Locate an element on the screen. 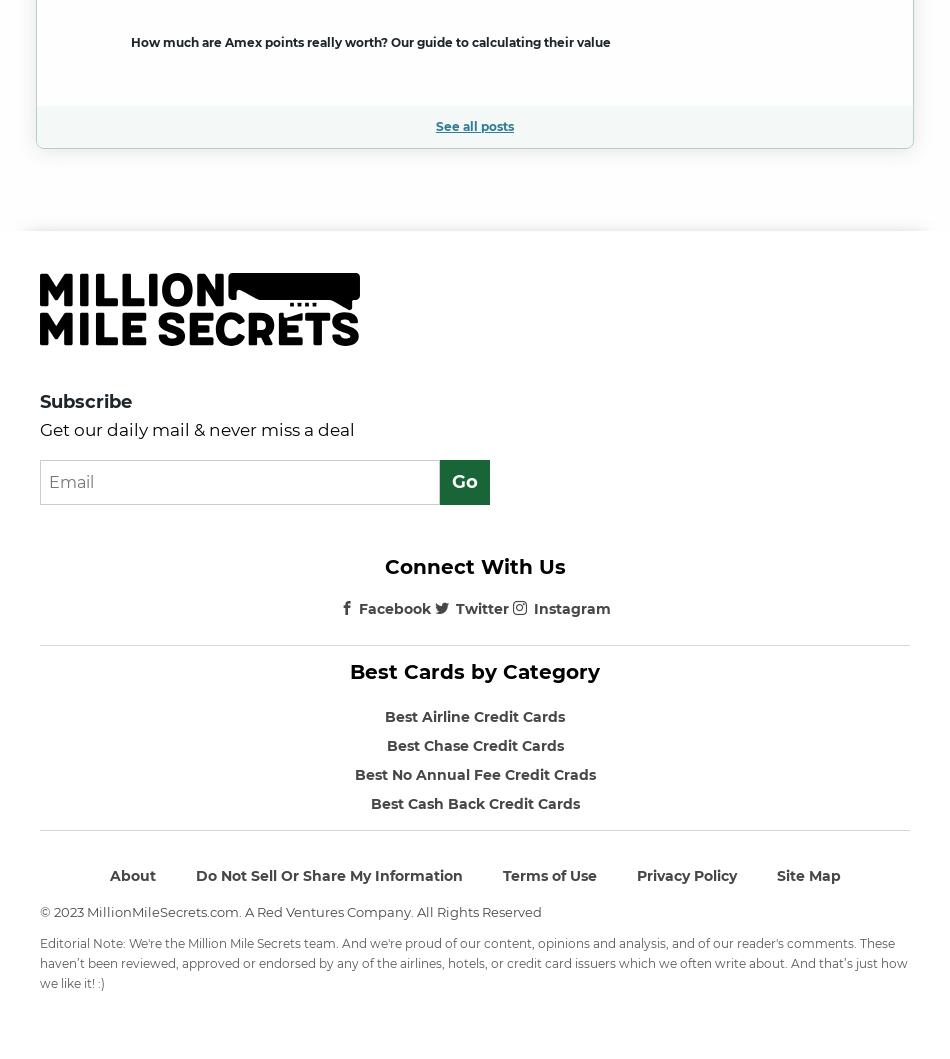  'Site Map' is located at coordinates (806, 875).